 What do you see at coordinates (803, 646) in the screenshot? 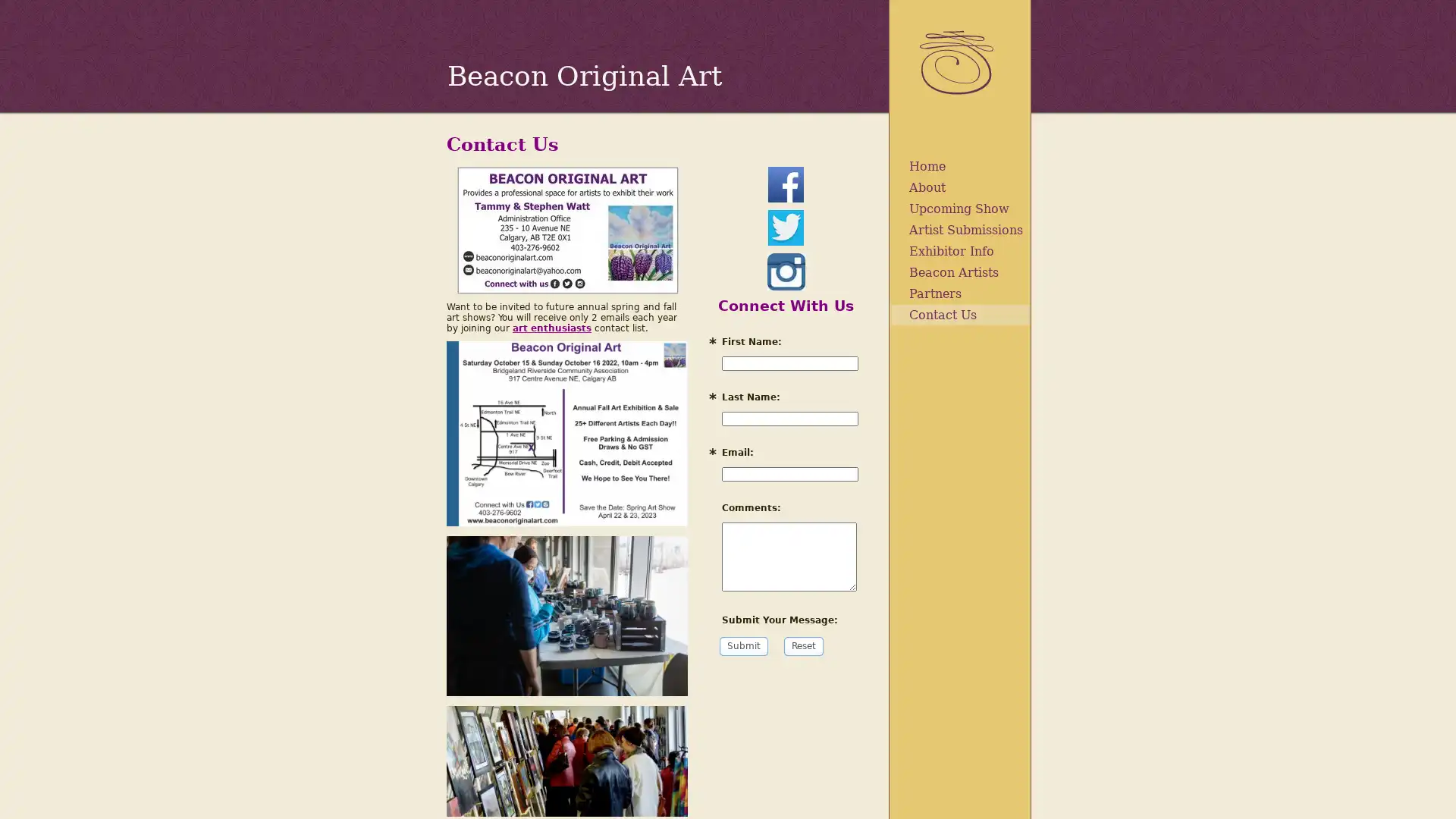
I see `Reset` at bounding box center [803, 646].